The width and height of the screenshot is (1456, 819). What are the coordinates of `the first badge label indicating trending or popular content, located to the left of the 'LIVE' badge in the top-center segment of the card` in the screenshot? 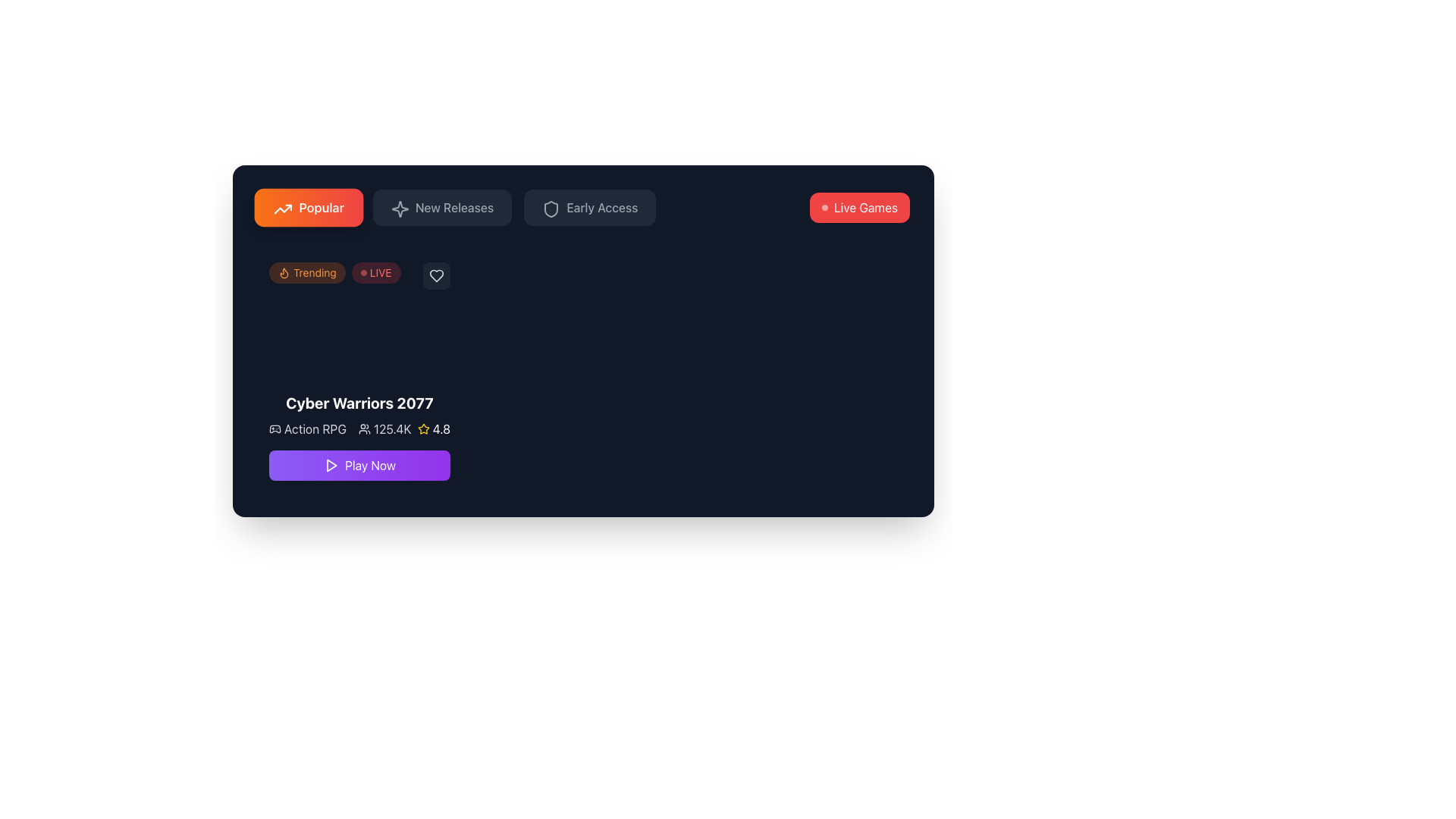 It's located at (306, 271).